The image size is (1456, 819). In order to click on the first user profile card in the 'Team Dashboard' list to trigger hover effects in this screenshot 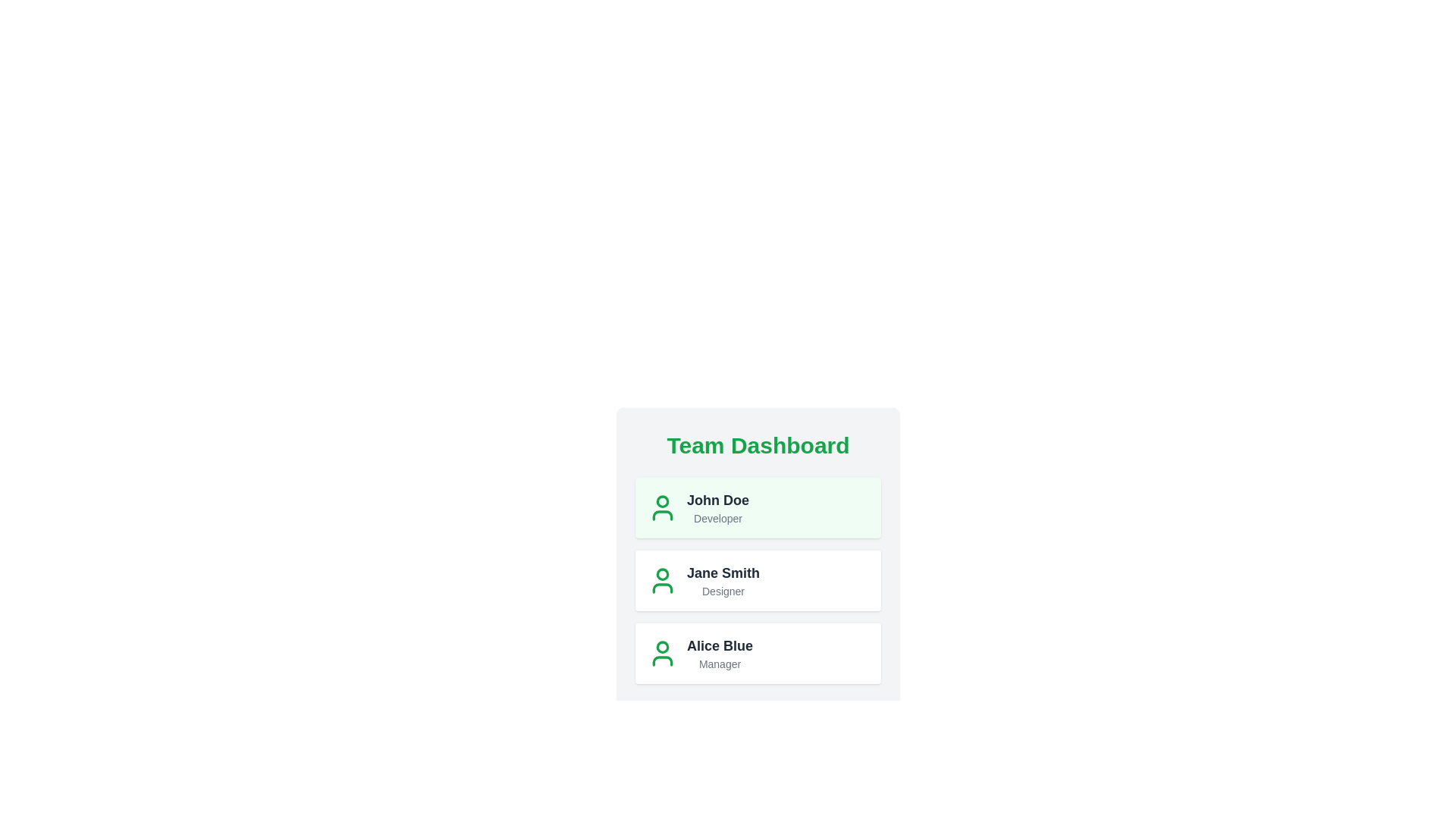, I will do `click(758, 508)`.